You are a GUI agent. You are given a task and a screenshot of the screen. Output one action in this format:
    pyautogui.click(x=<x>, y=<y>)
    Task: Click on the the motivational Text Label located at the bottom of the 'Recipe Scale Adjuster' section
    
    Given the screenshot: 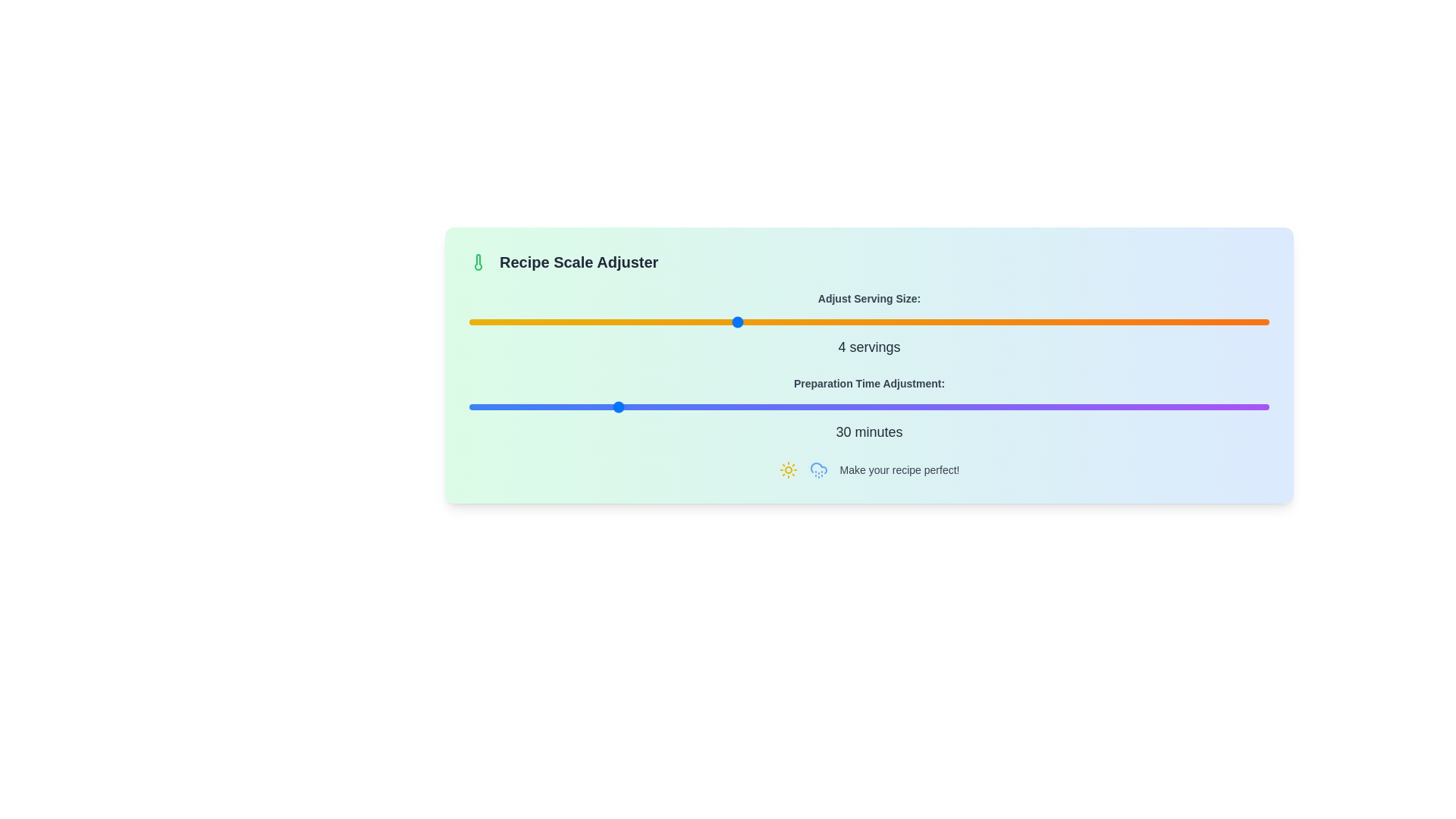 What is the action you would take?
    pyautogui.click(x=869, y=469)
    